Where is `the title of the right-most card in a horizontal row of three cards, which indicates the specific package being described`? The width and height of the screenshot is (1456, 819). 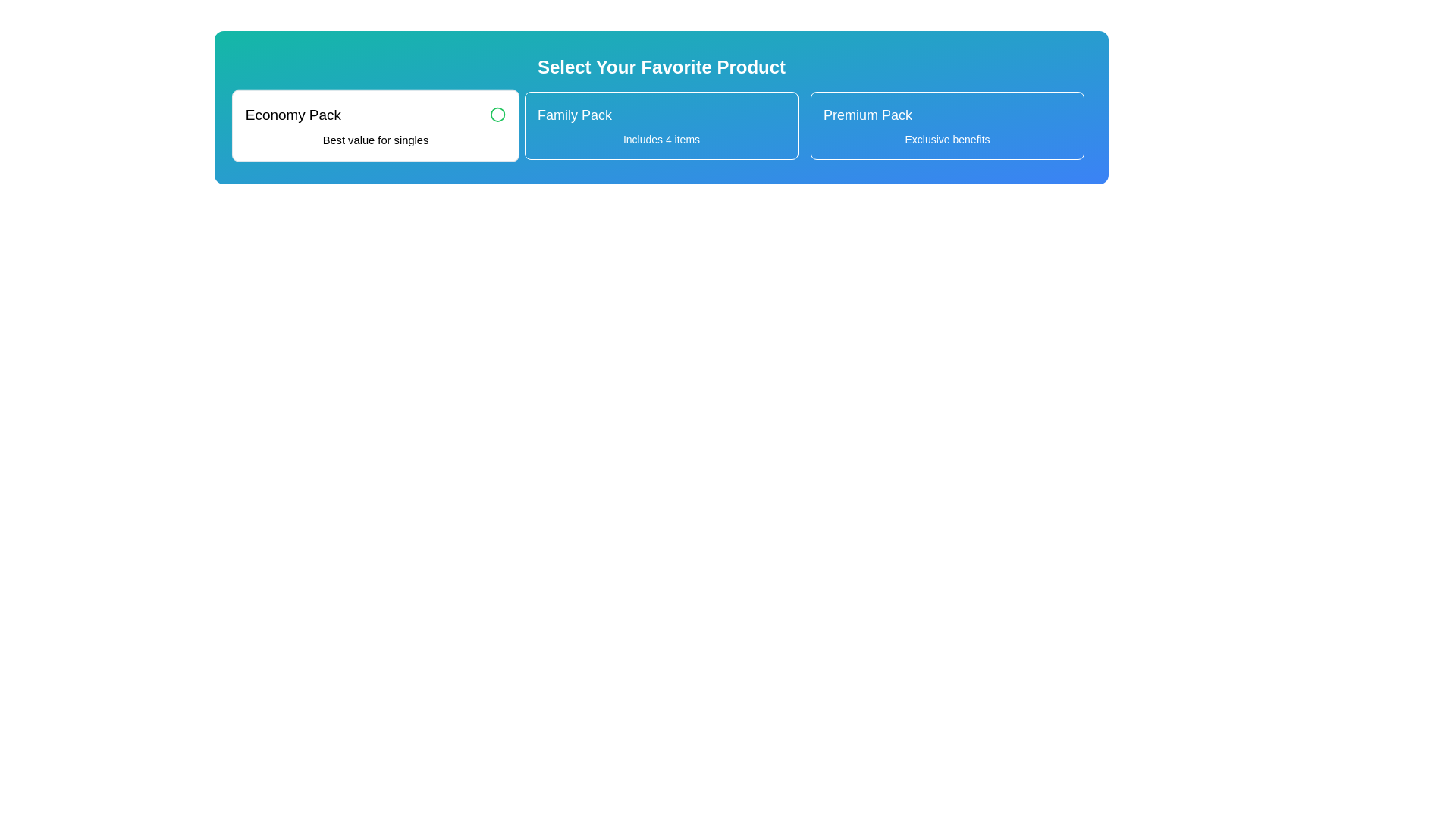
the title of the right-most card in a horizontal row of three cards, which indicates the specific package being described is located at coordinates (868, 114).